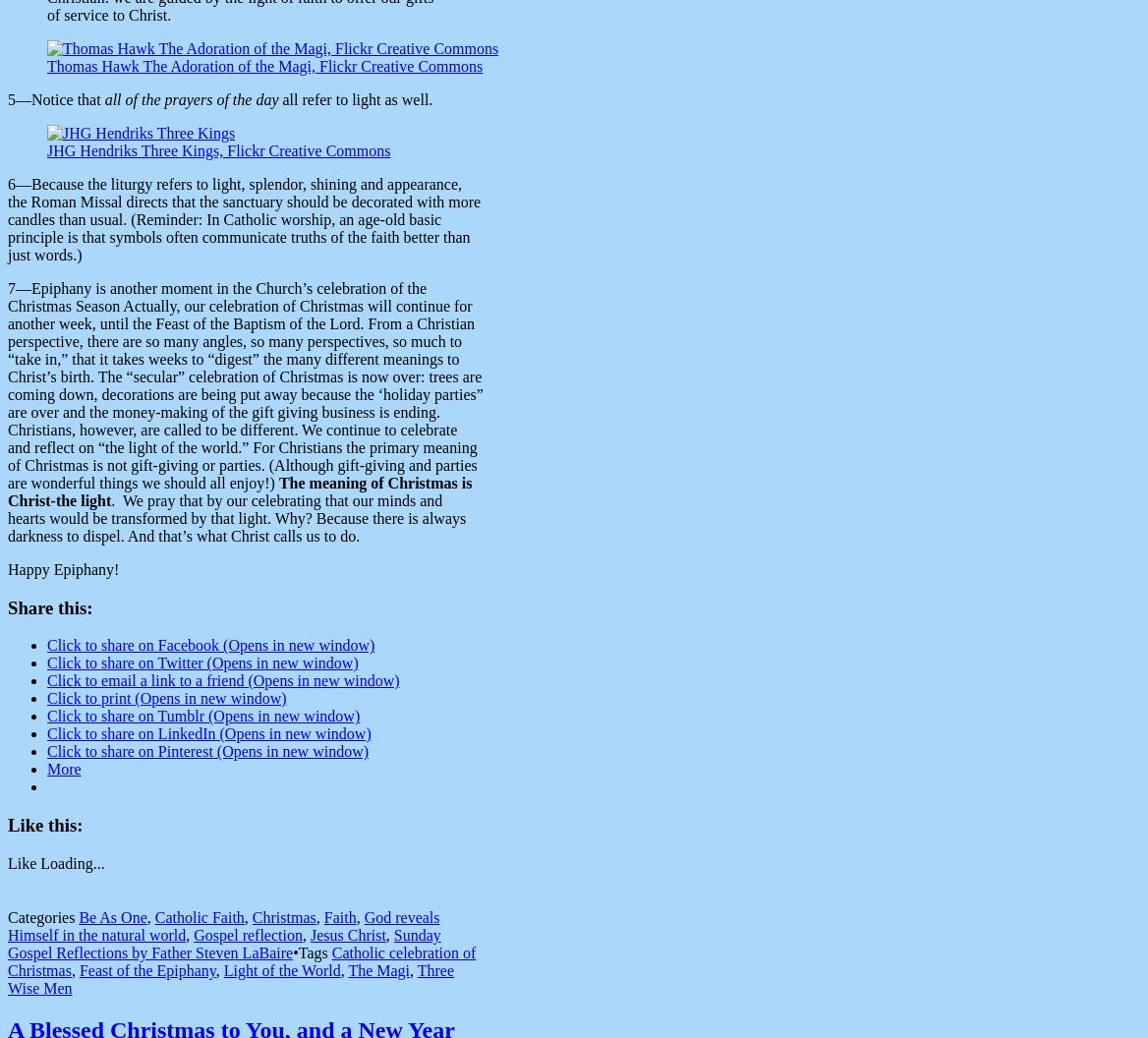 This screenshot has height=1038, width=1148. I want to click on '6—Because the liturgy refers to light, splendor, shining and appearance, the Roman Missal directs that the sanctuary should be decorated with more candles than usual. (Reminder: In Catholic worship, an age-old basic principle is that symbols often communicate truths of the faith better than just words.)', so click(243, 217).